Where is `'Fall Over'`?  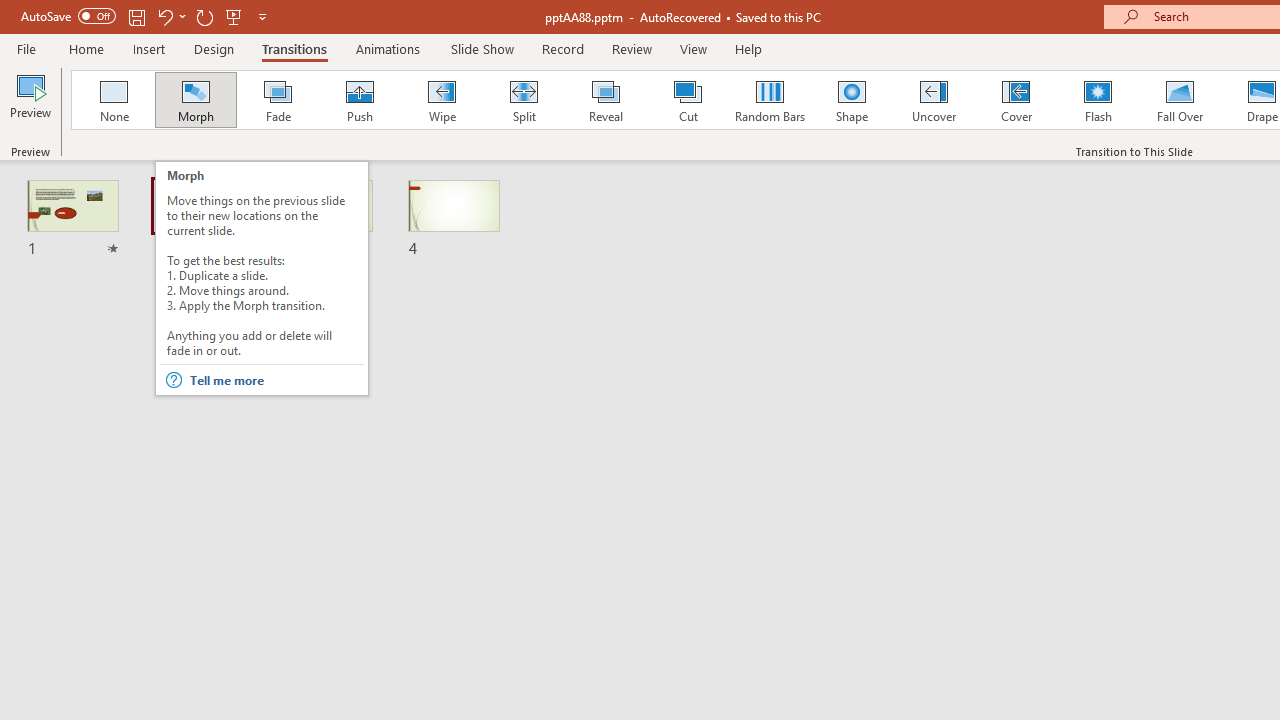
'Fall Over' is located at coordinates (1180, 100).